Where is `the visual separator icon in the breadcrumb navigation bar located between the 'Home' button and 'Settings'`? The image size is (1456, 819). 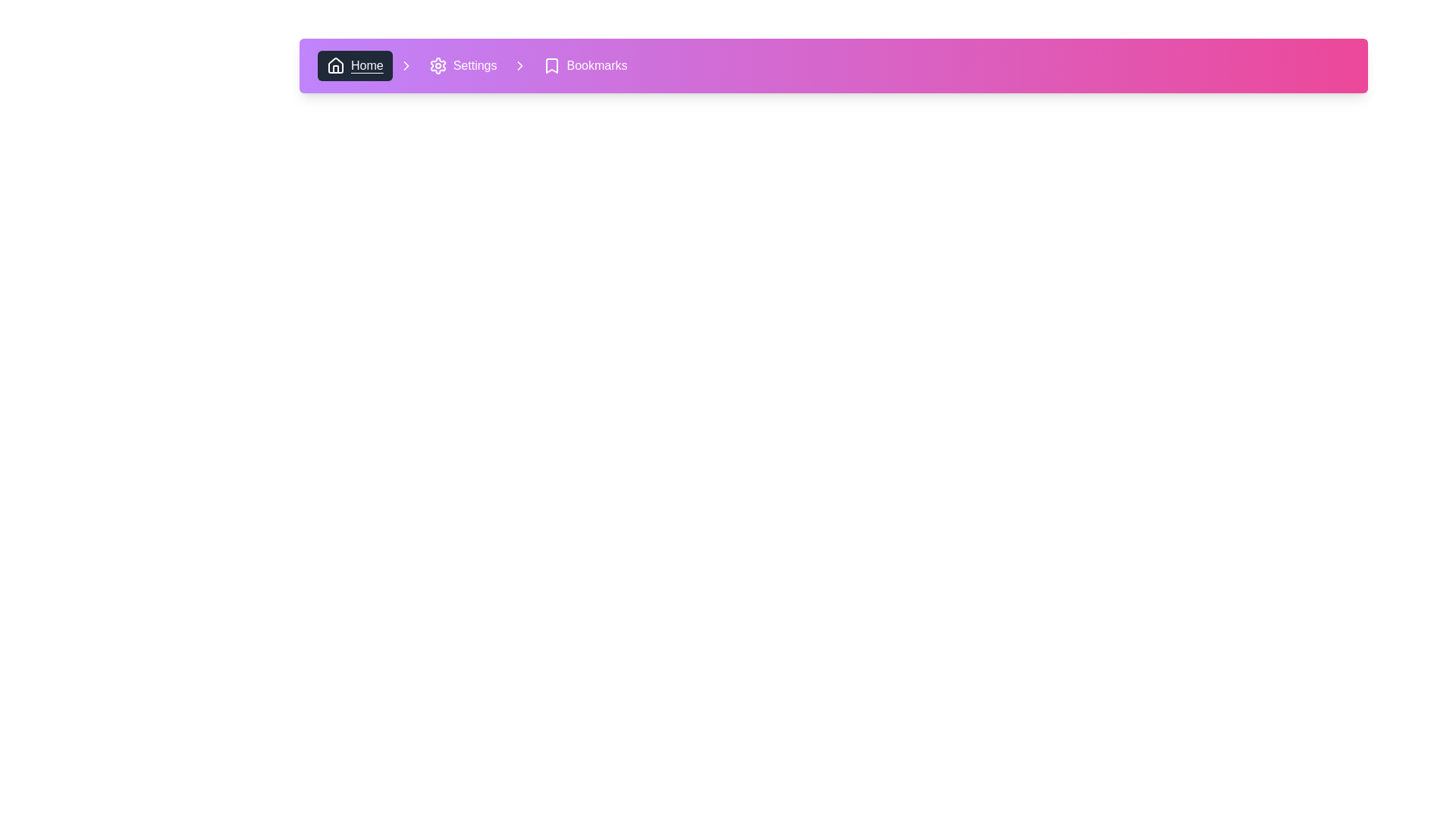
the visual separator icon in the breadcrumb navigation bar located between the 'Home' button and 'Settings' is located at coordinates (519, 65).